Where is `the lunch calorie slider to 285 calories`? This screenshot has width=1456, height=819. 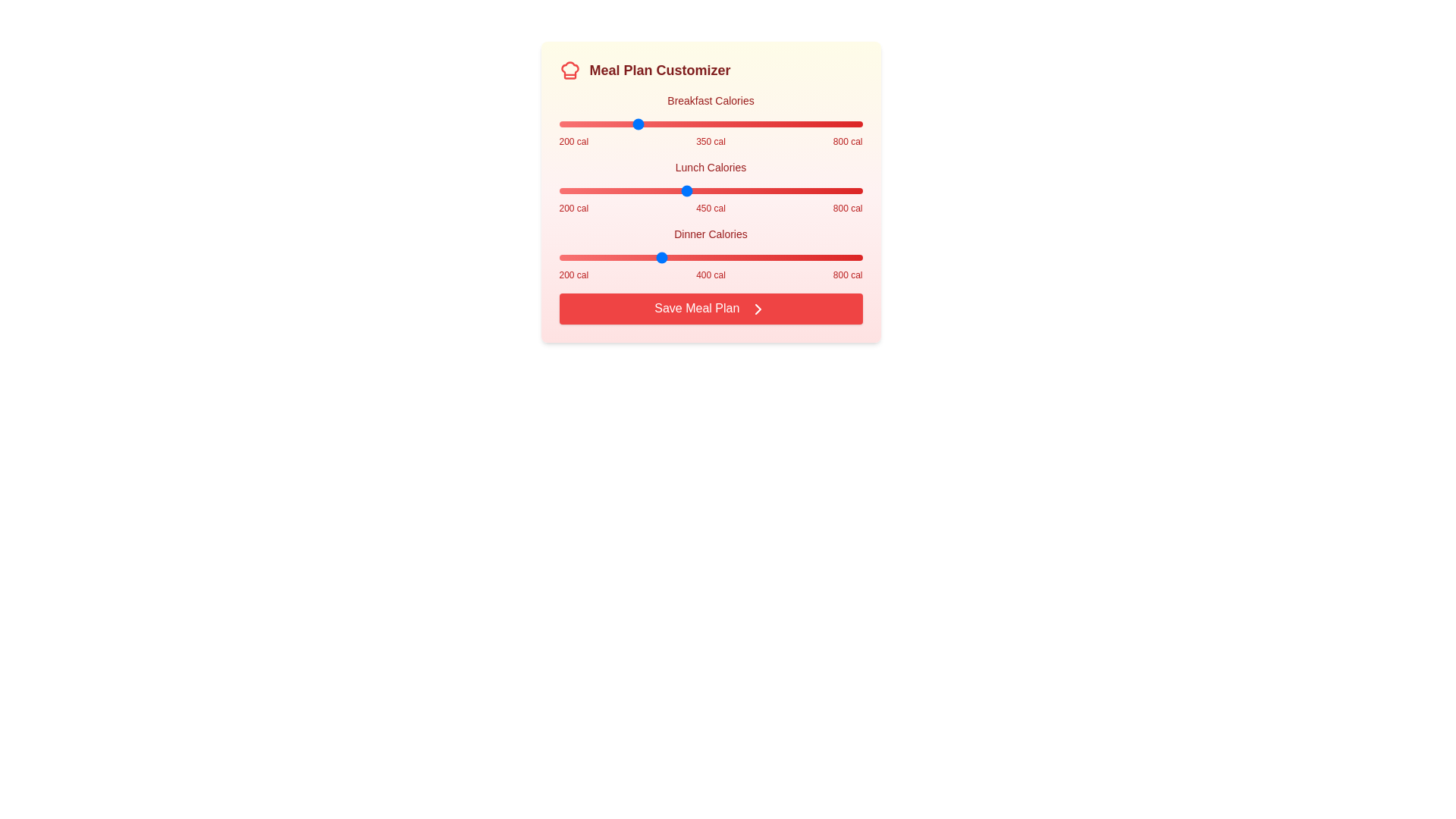 the lunch calorie slider to 285 calories is located at coordinates (601, 190).